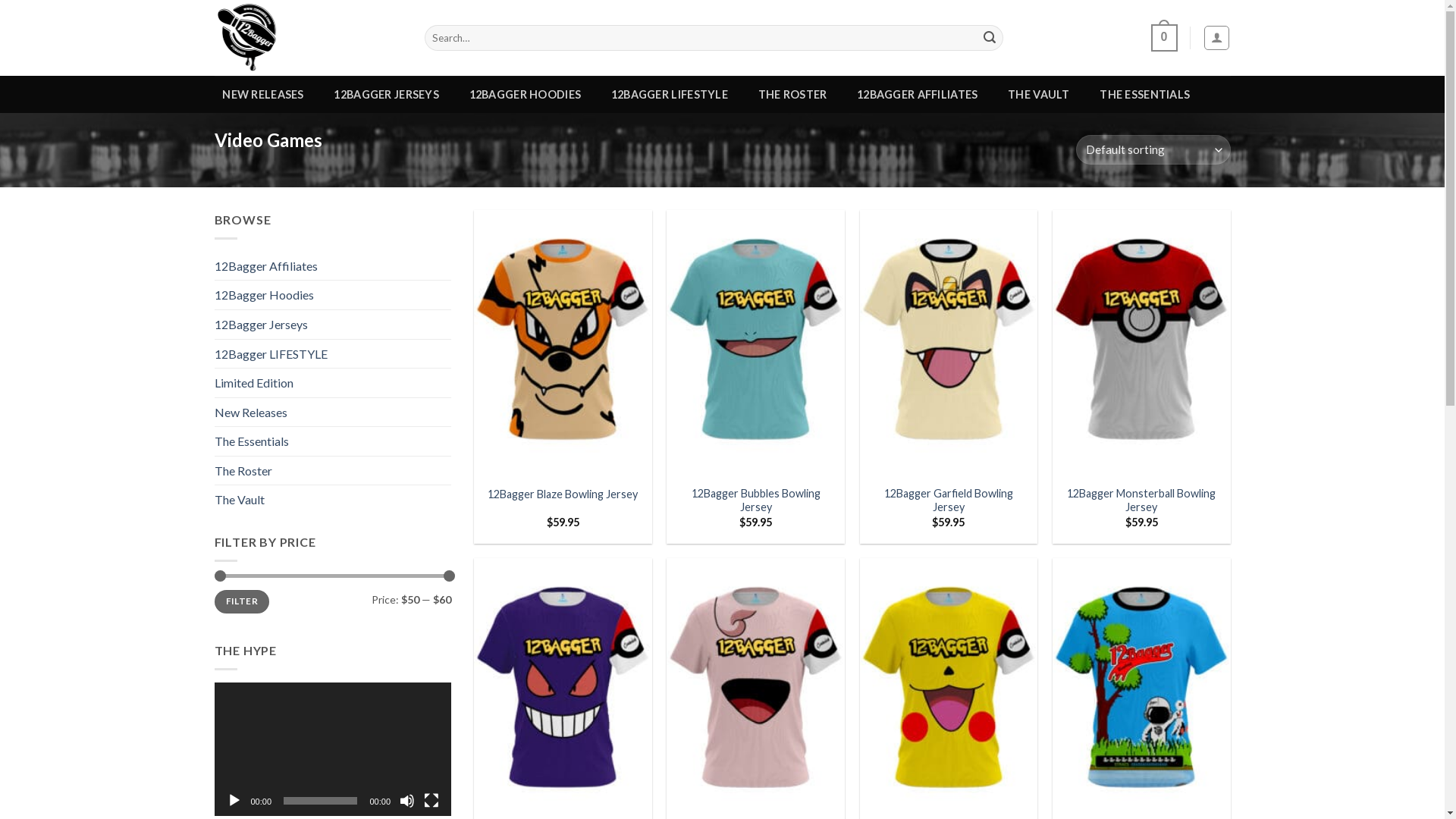 The image size is (1456, 819). Describe the element at coordinates (1037, 94) in the screenshot. I see `'THE VAULT'` at that location.